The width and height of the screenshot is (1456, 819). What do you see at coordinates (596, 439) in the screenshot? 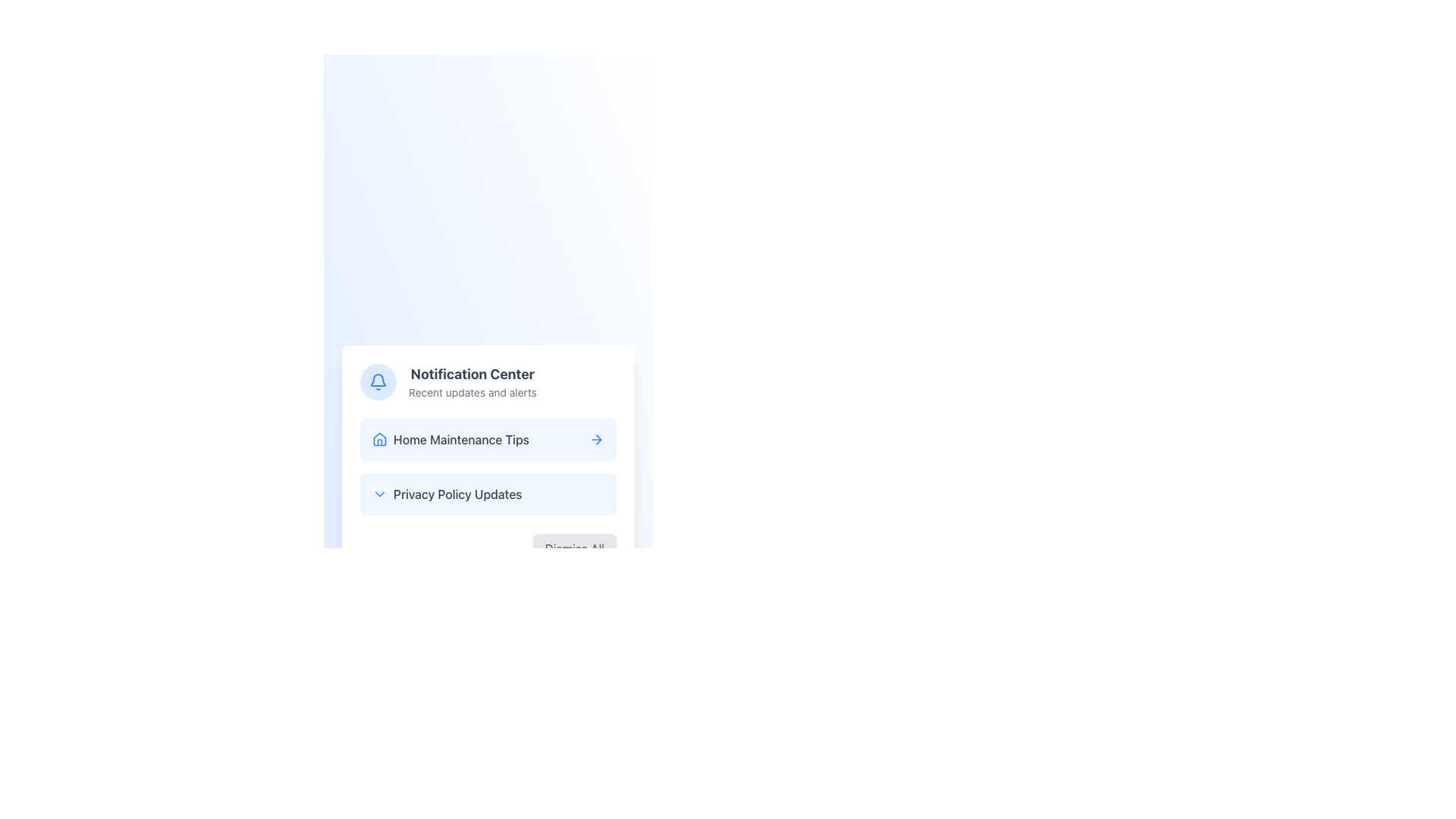
I see `the right-pointing arrow icon in the blue-themed interface adjacent to 'Home Maintenance Tips' in the notification center` at bounding box center [596, 439].